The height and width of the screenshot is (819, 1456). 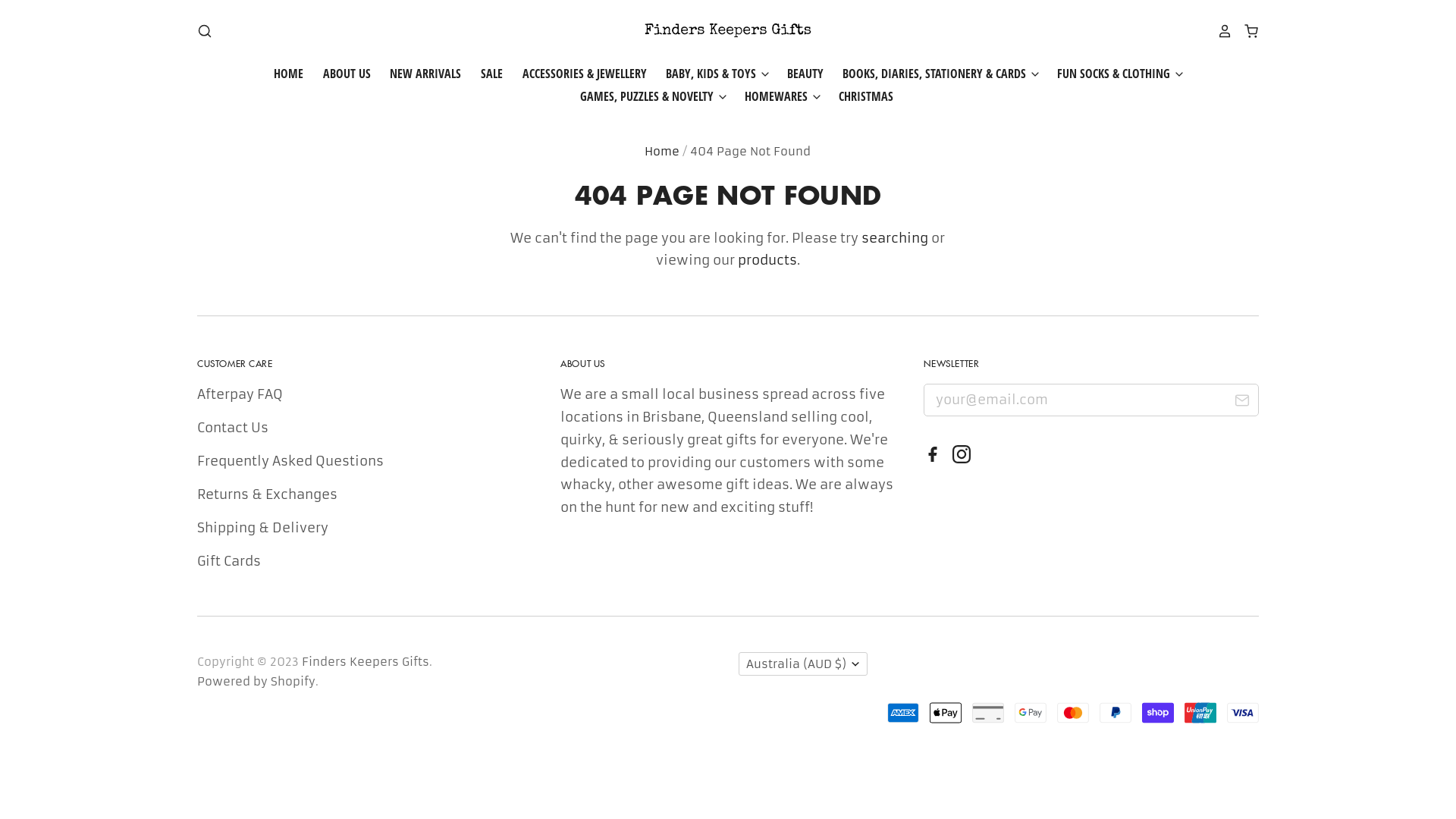 What do you see at coordinates (767, 259) in the screenshot?
I see `'products'` at bounding box center [767, 259].